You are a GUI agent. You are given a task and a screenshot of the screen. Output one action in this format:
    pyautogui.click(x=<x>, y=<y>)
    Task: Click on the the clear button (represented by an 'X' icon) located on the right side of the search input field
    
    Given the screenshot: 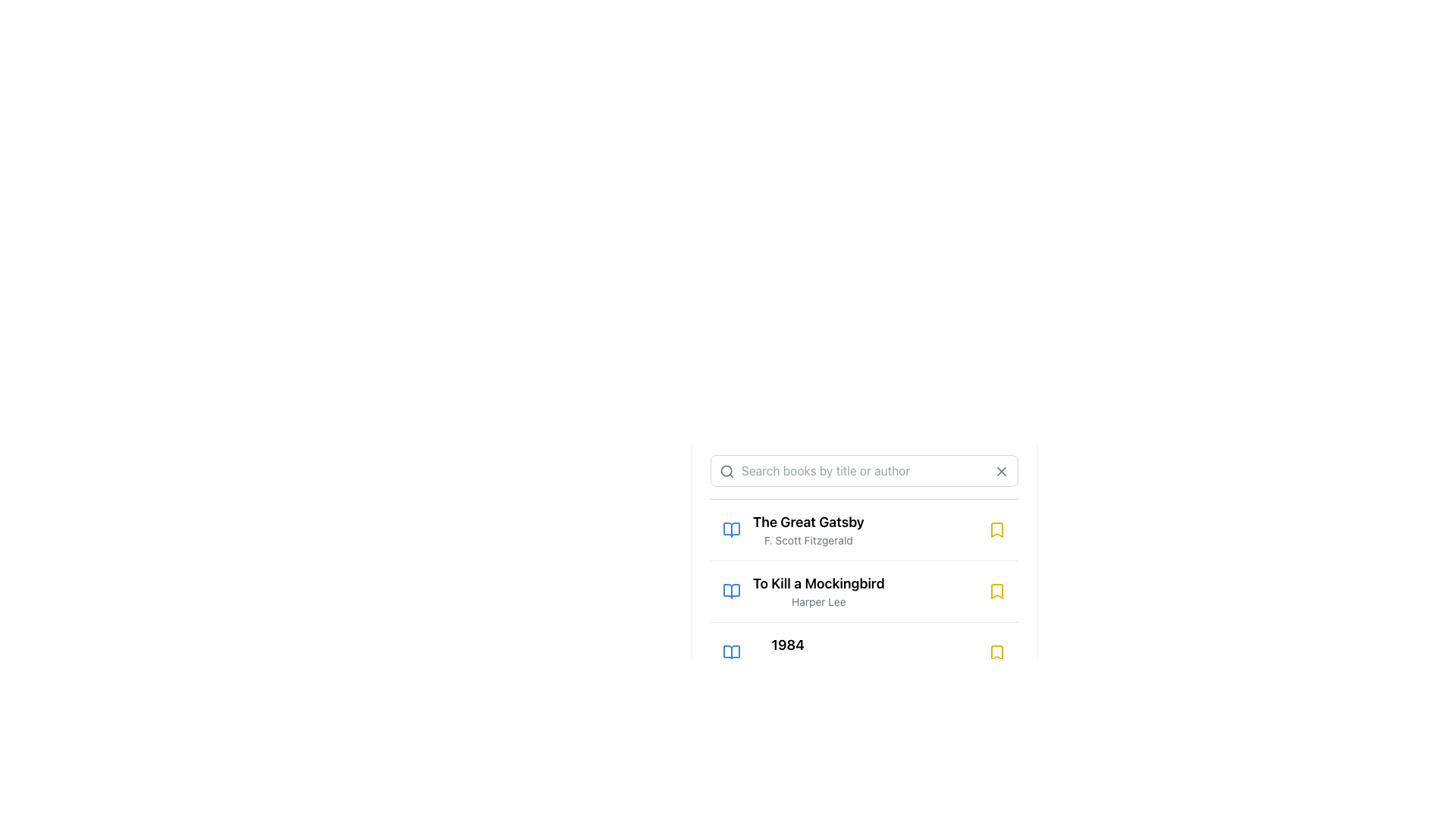 What is the action you would take?
    pyautogui.click(x=864, y=470)
    